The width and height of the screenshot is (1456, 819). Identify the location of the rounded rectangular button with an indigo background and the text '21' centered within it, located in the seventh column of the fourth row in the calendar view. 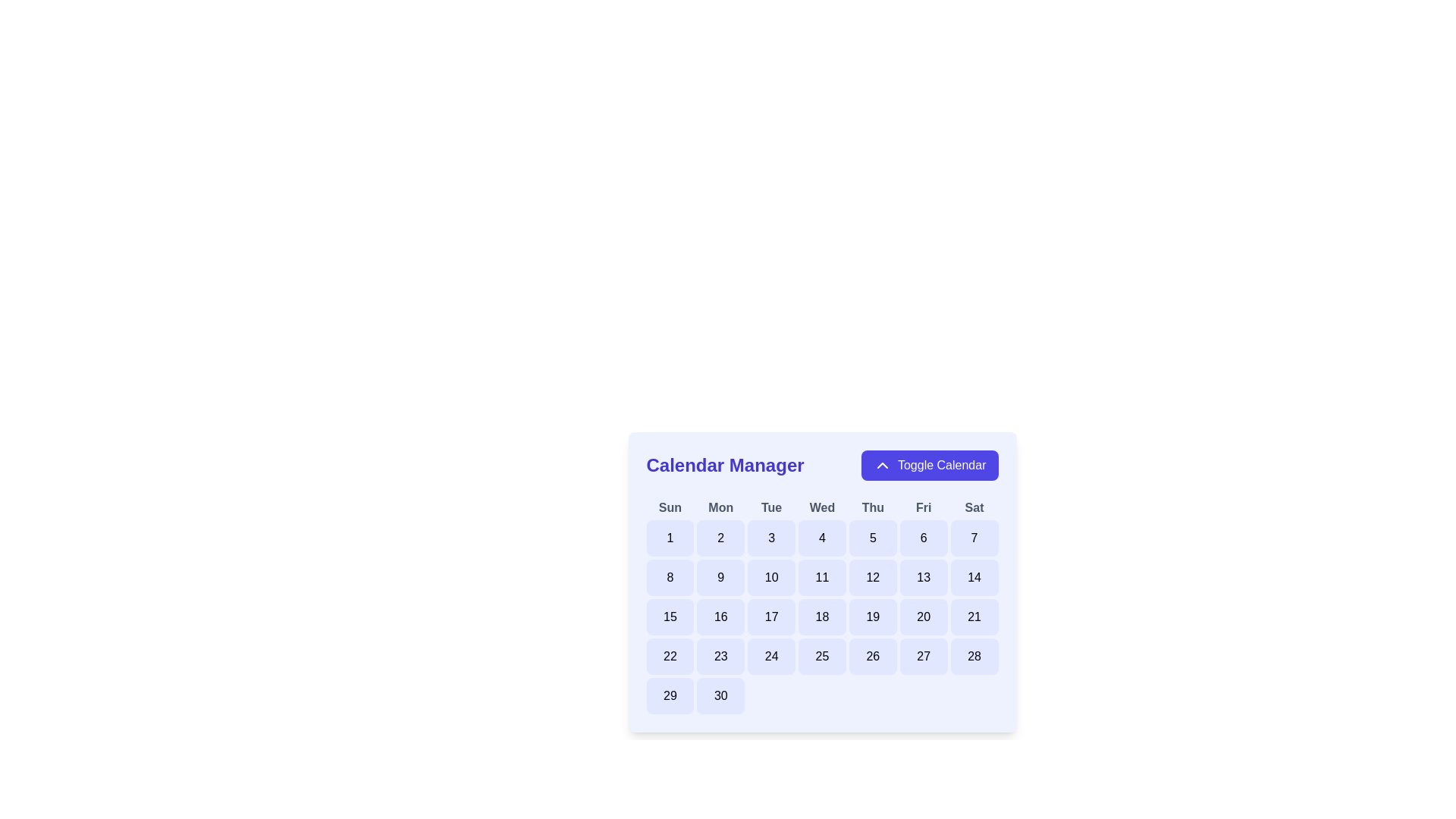
(974, 617).